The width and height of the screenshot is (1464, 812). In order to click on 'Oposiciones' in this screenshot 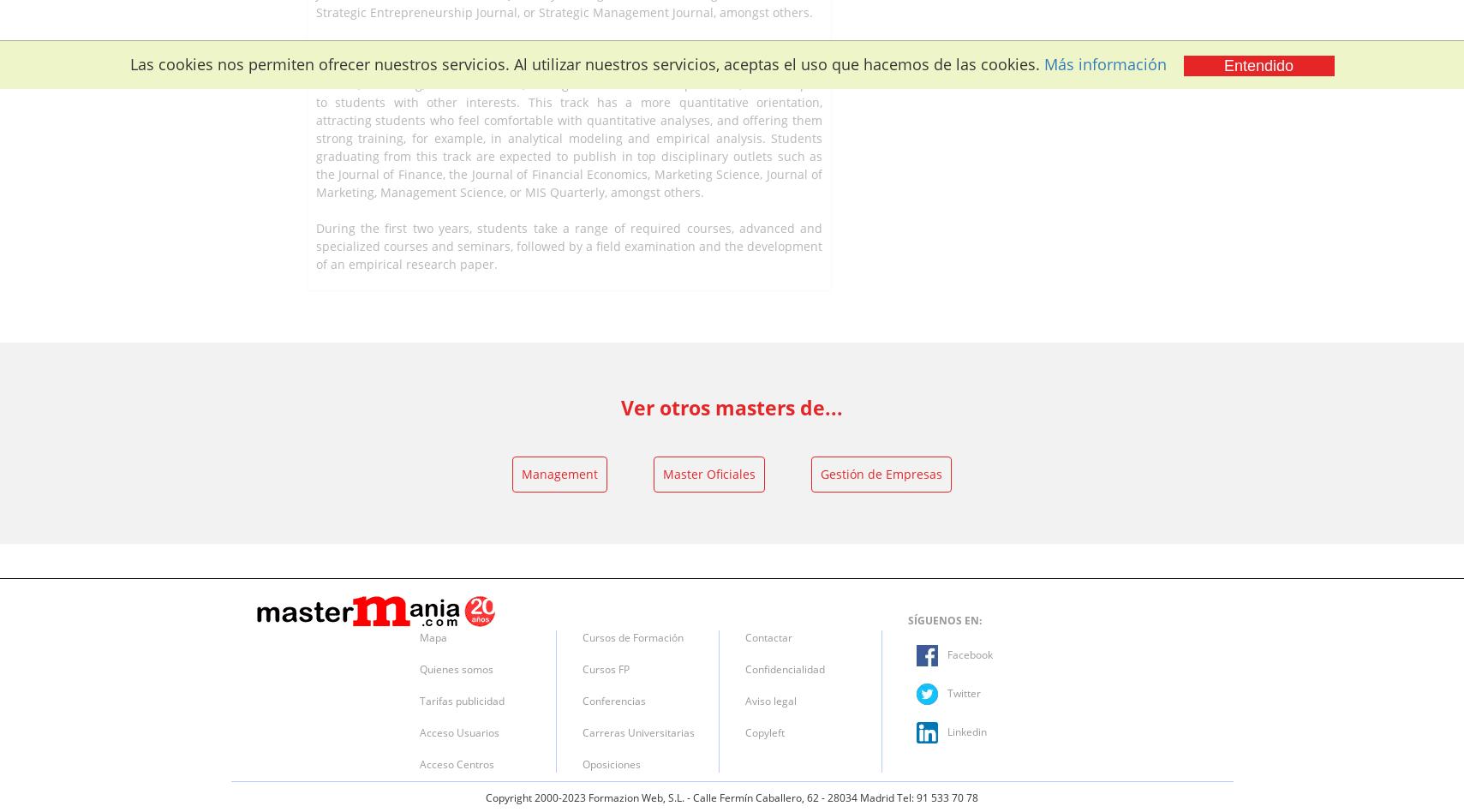, I will do `click(609, 763)`.